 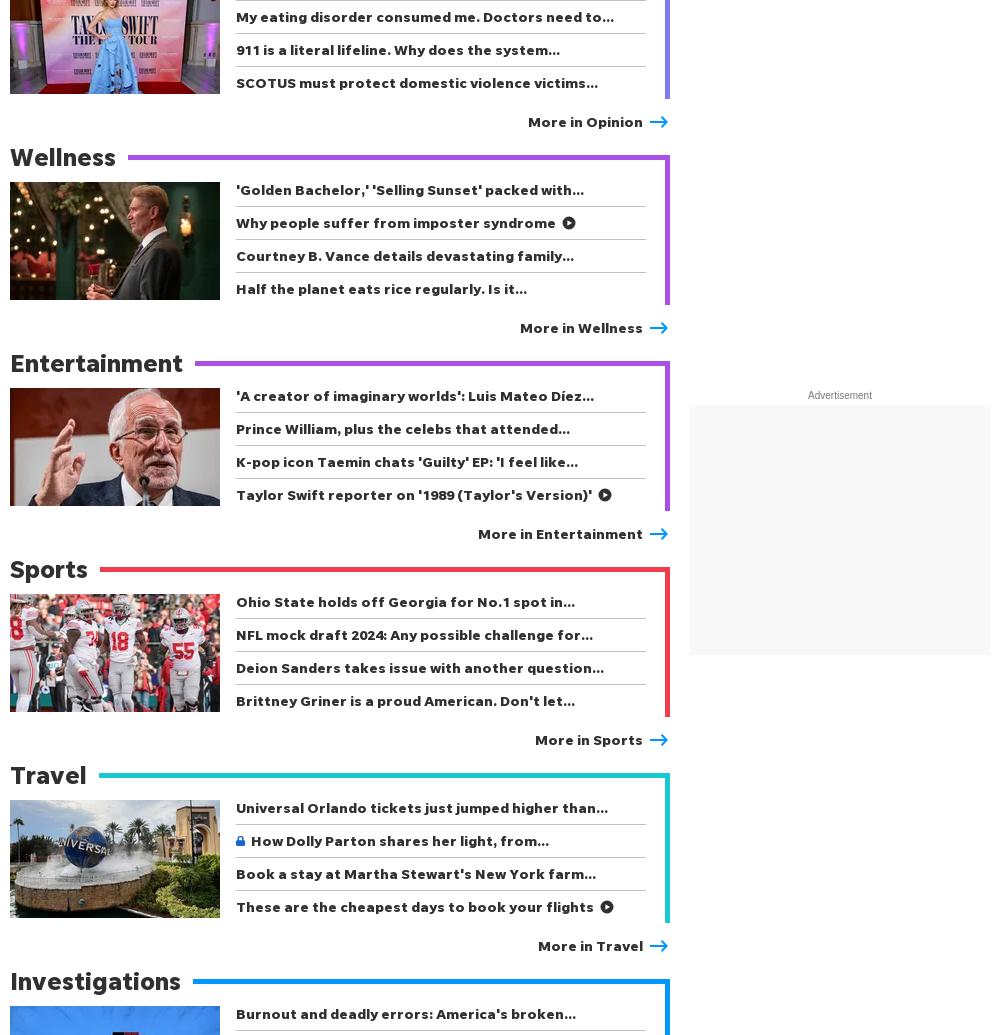 I want to click on 'Ohio State holds off Georgia for No.1 spot in…', so click(x=405, y=600).